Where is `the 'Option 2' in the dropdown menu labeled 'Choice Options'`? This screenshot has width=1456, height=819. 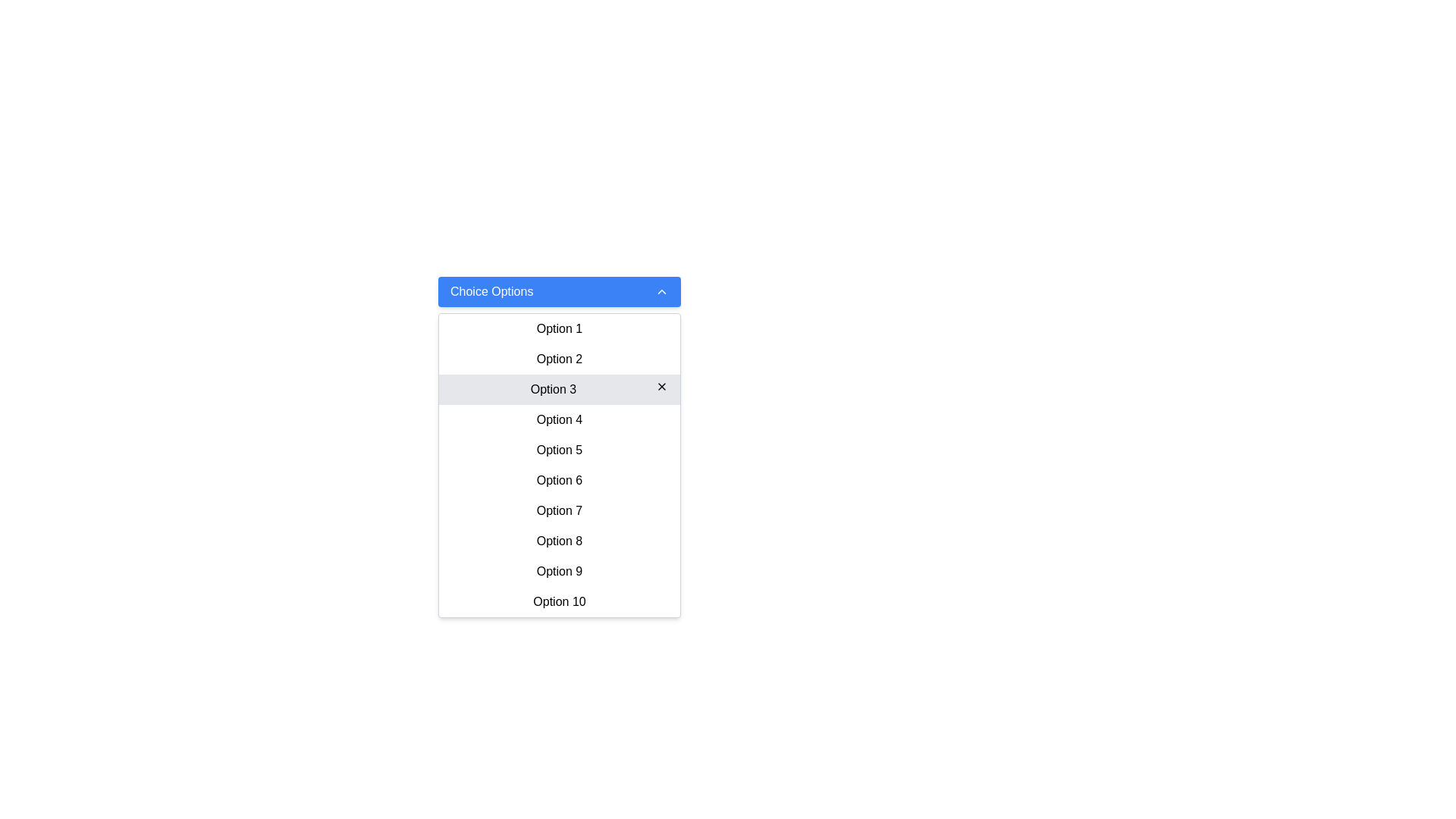 the 'Option 2' in the dropdown menu labeled 'Choice Options' is located at coordinates (559, 359).